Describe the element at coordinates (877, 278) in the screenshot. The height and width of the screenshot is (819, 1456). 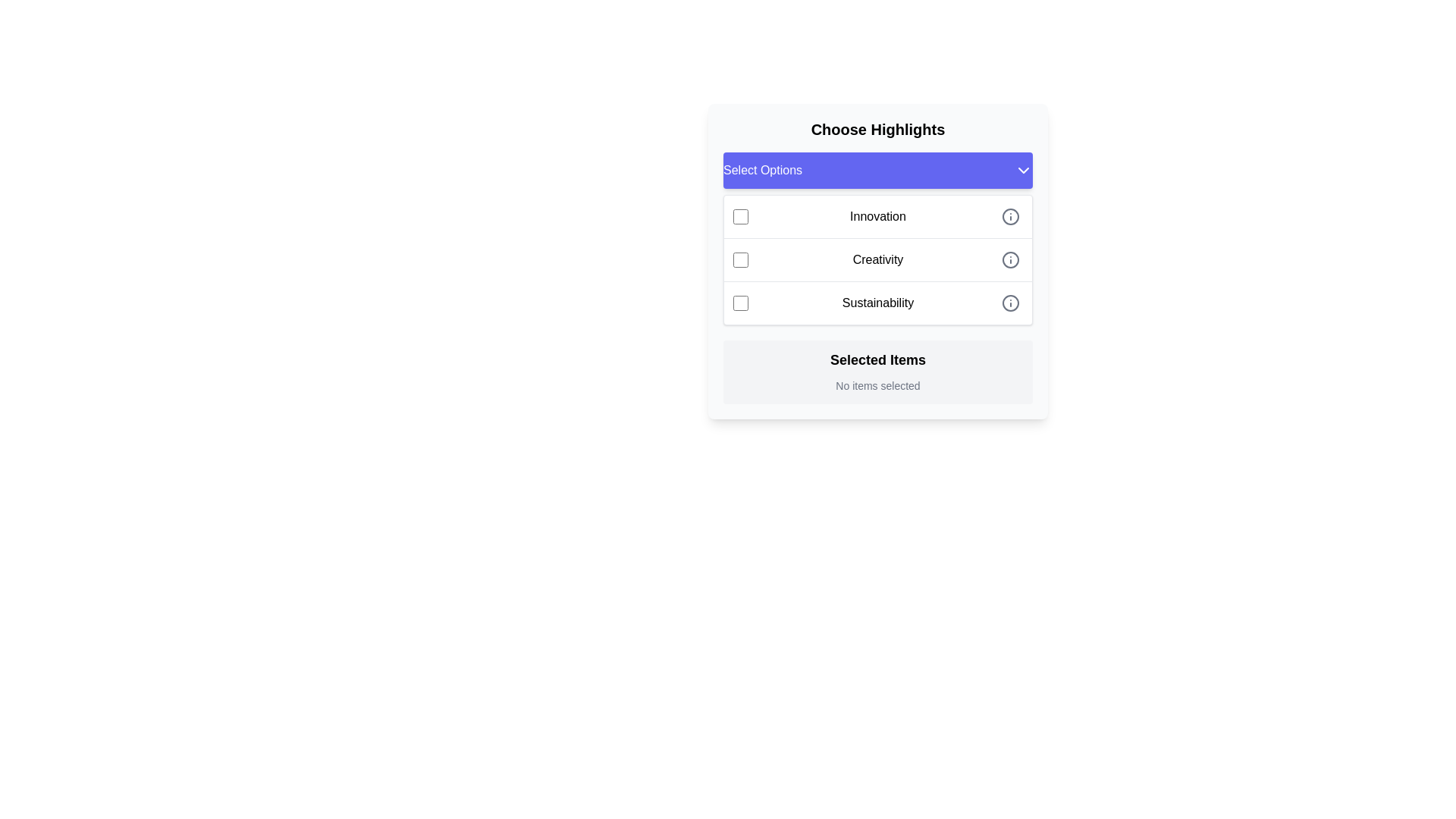
I see `the 'Creativity' selectable list item with checkbox` at that location.